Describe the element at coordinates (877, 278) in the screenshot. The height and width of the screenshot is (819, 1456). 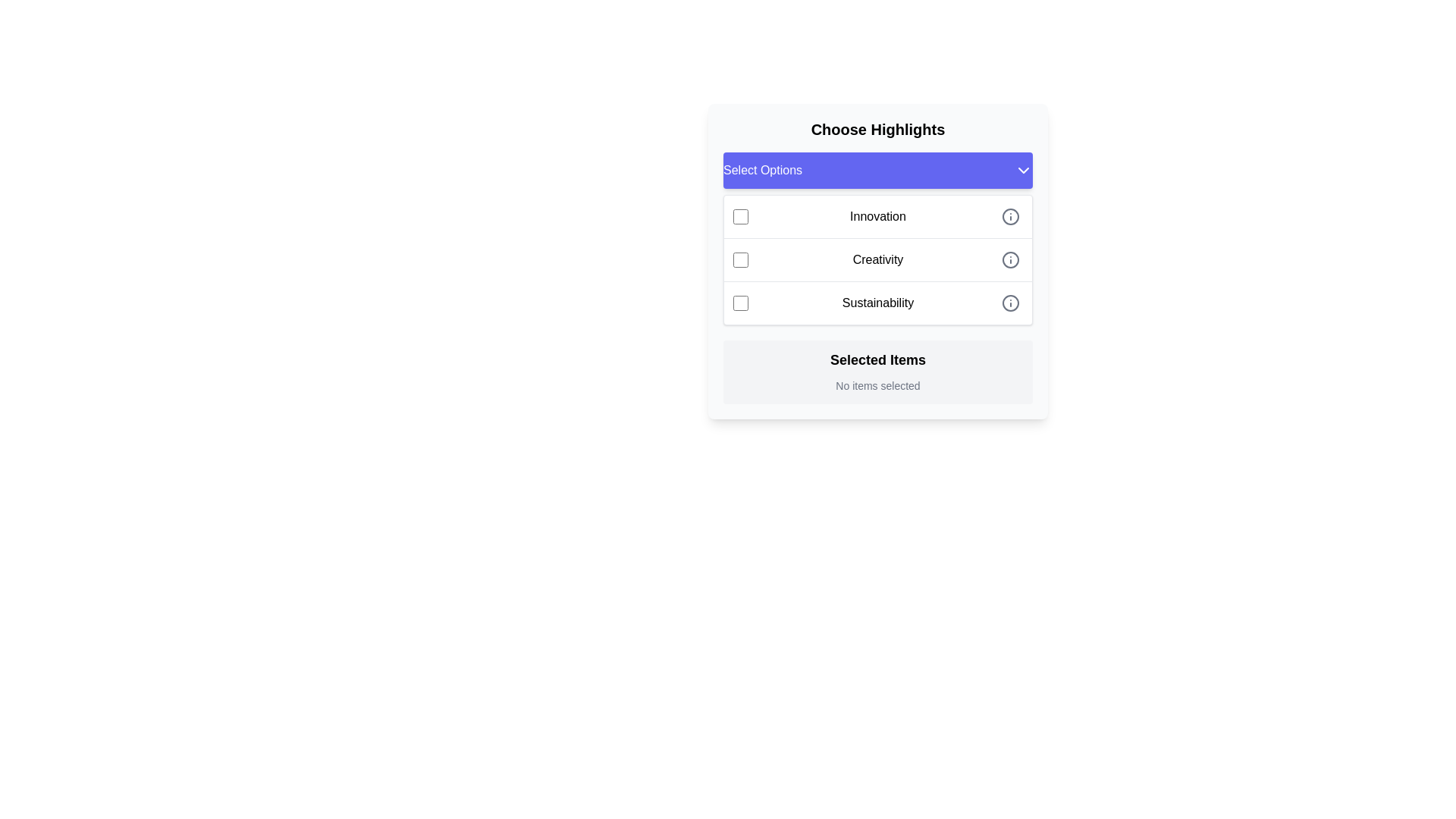
I see `the 'Creativity' selectable list item with checkbox` at that location.